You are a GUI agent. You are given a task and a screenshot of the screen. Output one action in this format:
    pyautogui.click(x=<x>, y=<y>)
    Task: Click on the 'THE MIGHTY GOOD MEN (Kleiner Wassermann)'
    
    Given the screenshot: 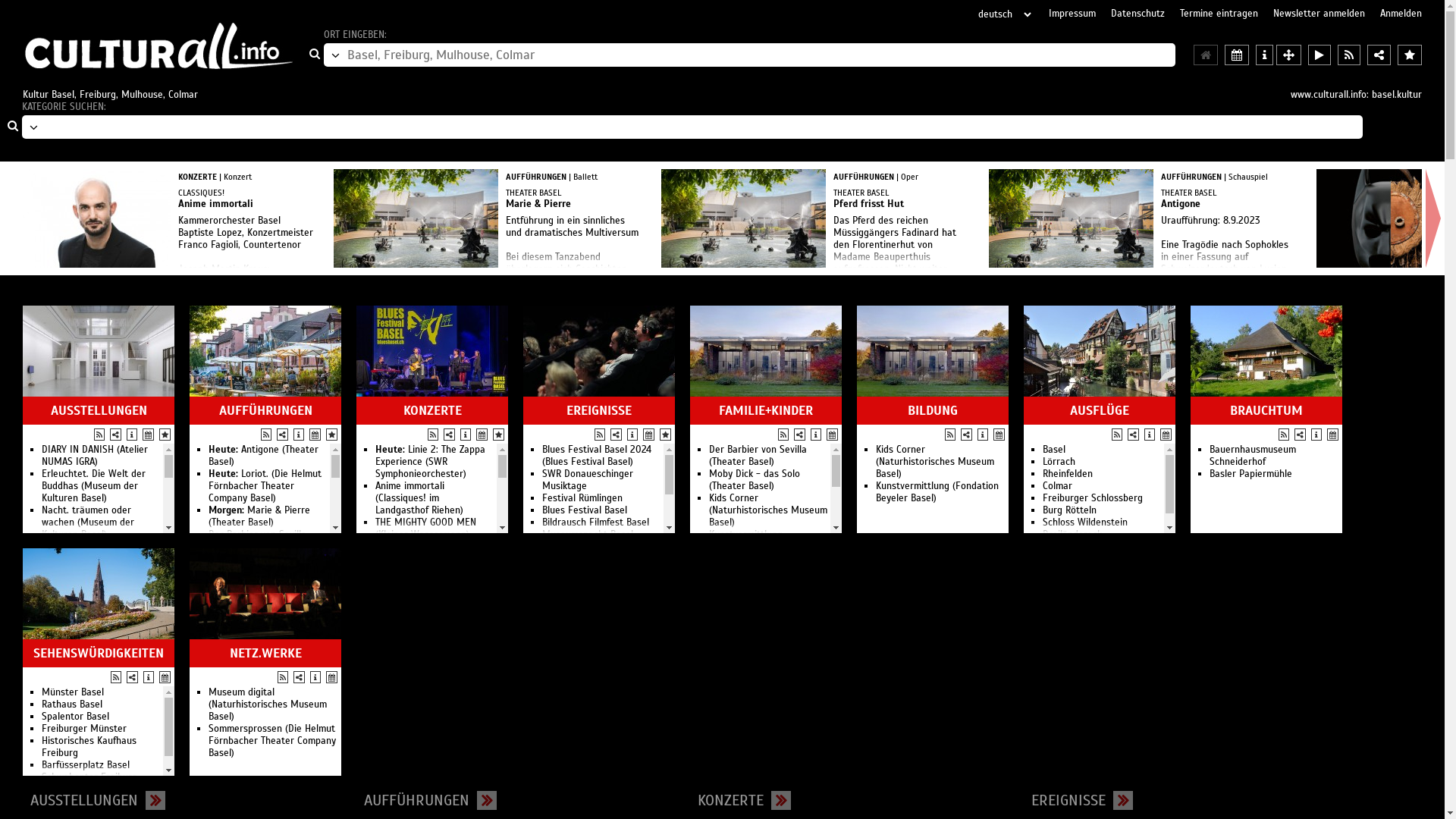 What is the action you would take?
    pyautogui.click(x=425, y=528)
    